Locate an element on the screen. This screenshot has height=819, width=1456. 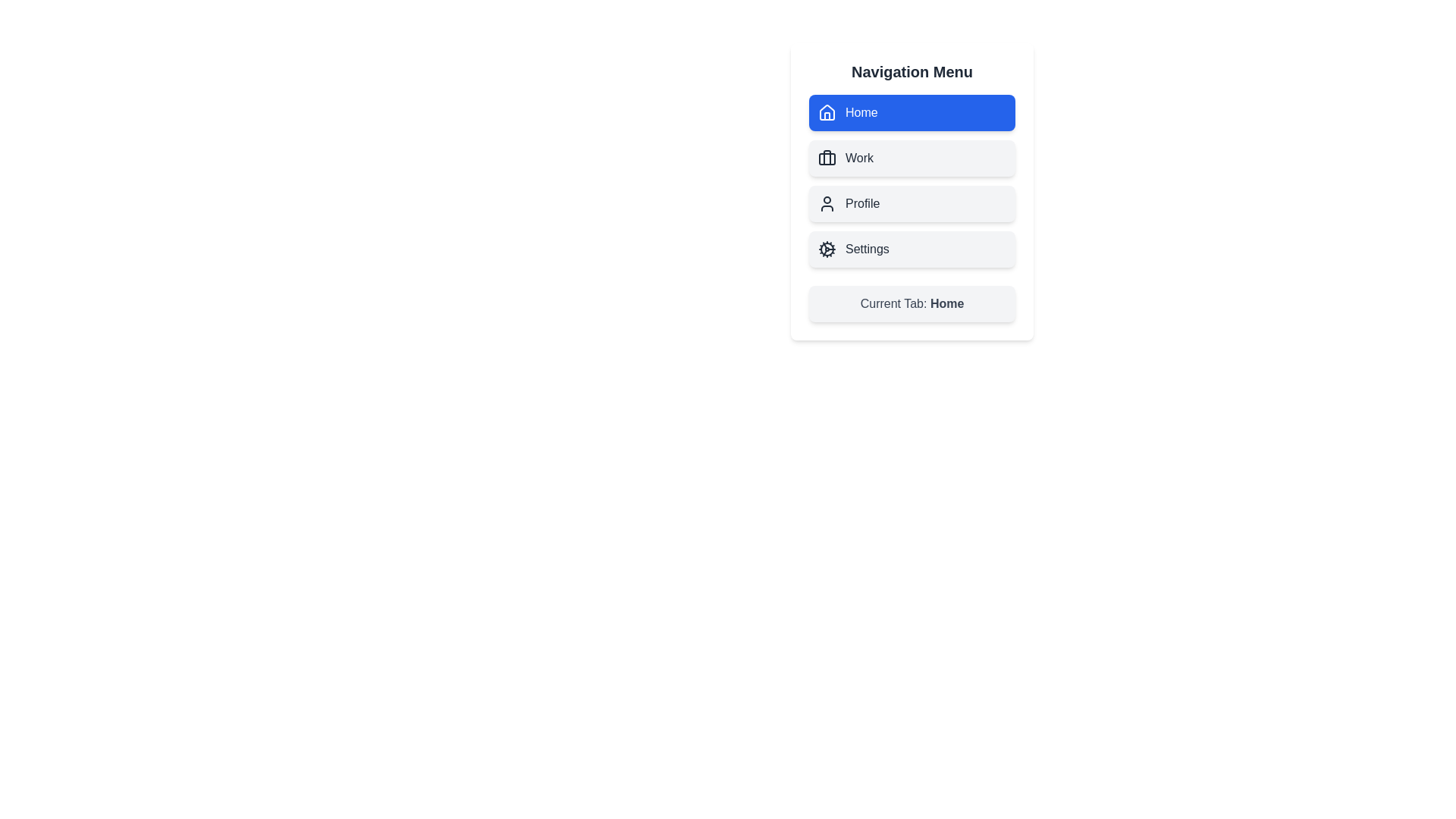
the menu item labeled Home is located at coordinates (912, 112).